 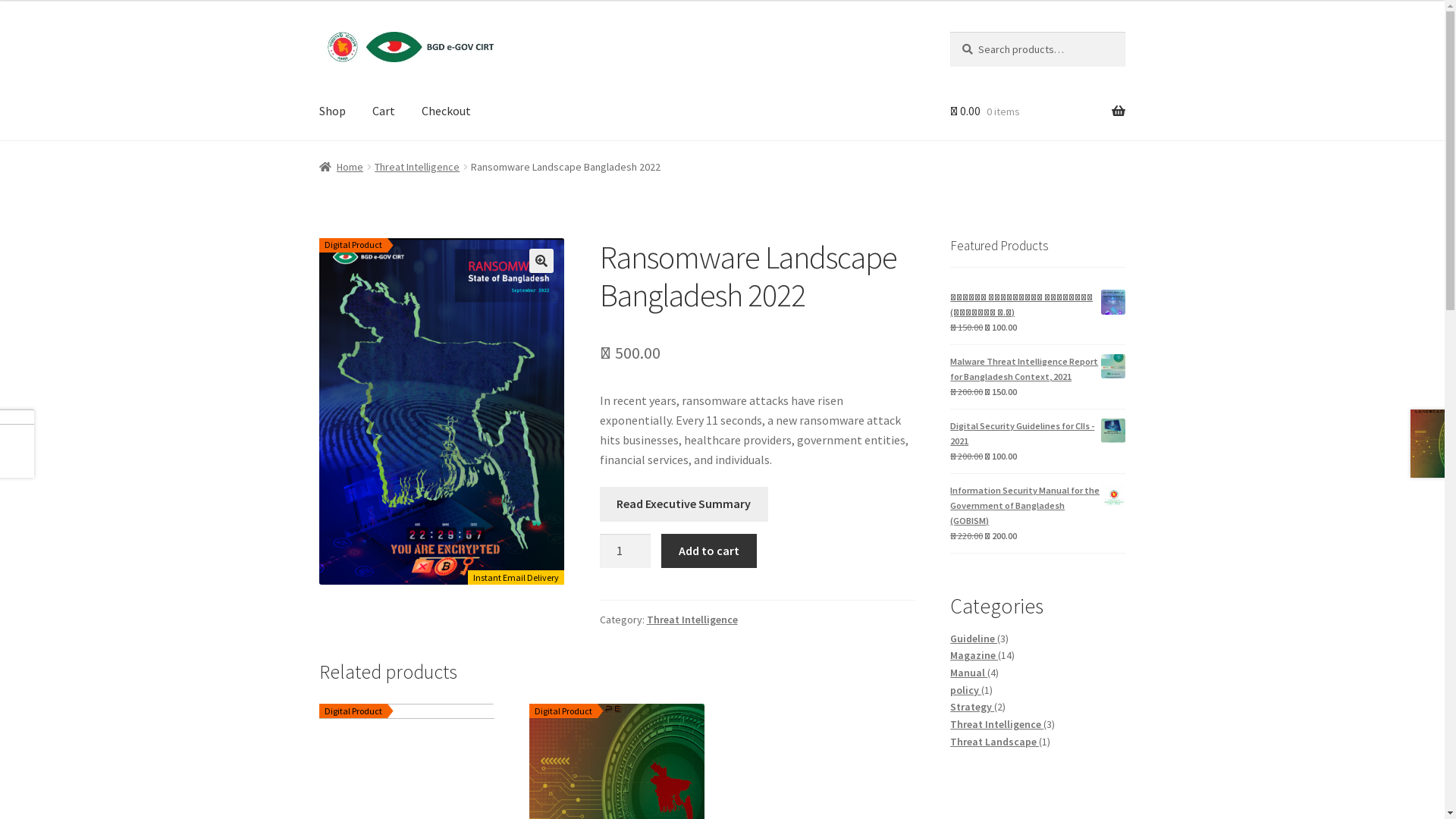 I want to click on 'Shop', so click(x=331, y=110).